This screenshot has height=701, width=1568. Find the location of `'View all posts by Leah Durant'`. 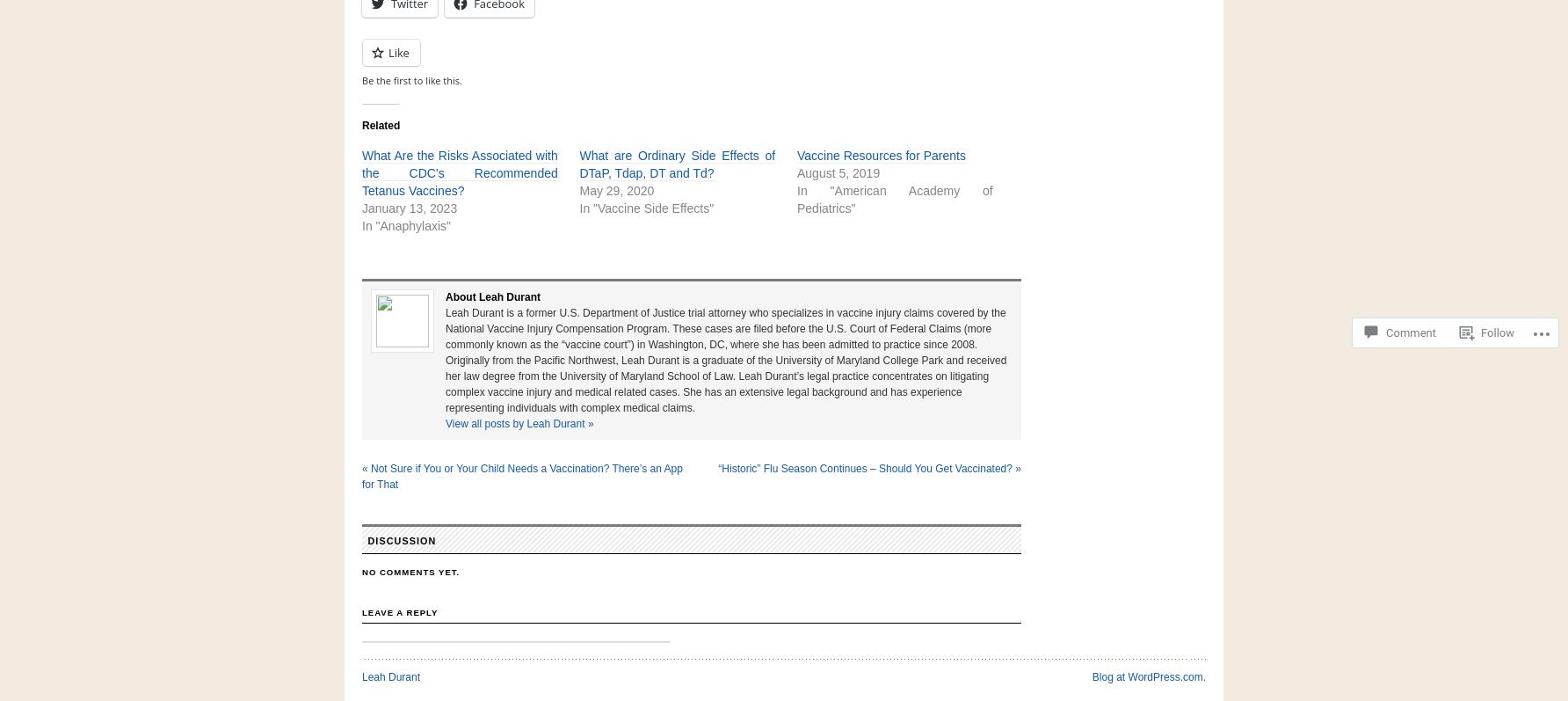

'View all posts by Leah Durant' is located at coordinates (515, 424).